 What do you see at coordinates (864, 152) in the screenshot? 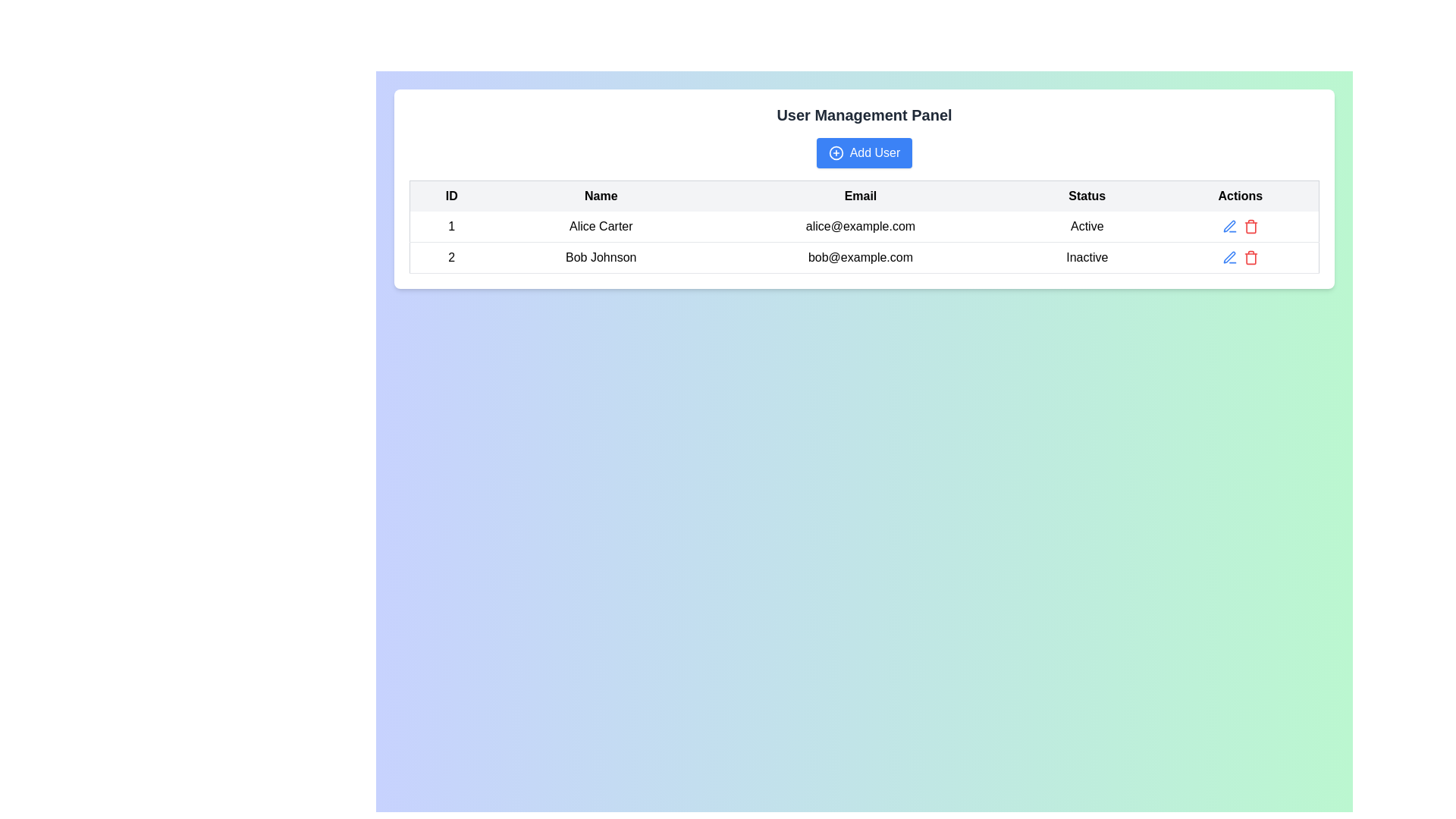
I see `the 'Add User' button located below the 'User Management Panel' heading to observe any hover effect` at bounding box center [864, 152].